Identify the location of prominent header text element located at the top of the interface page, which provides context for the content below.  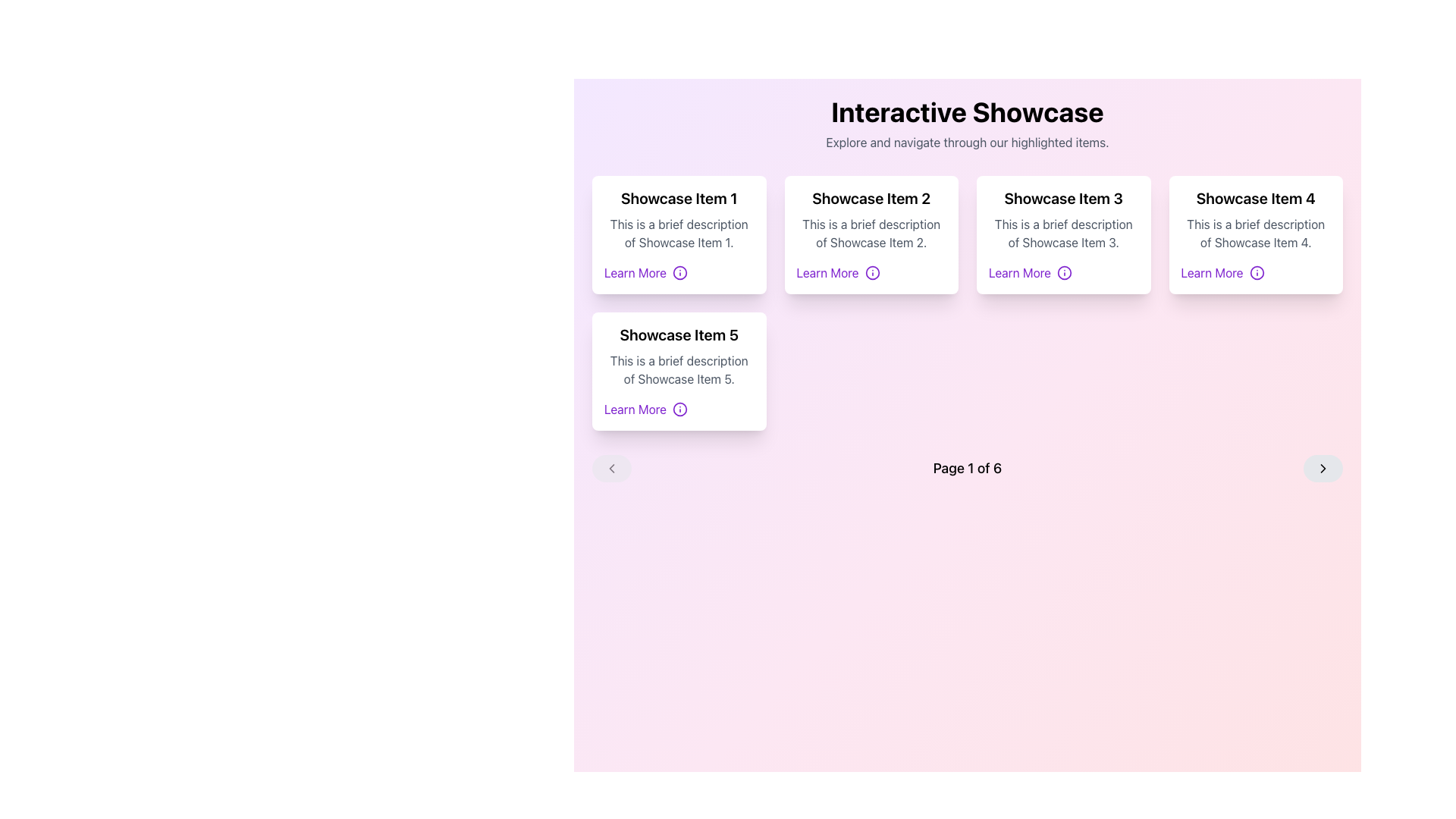
(967, 111).